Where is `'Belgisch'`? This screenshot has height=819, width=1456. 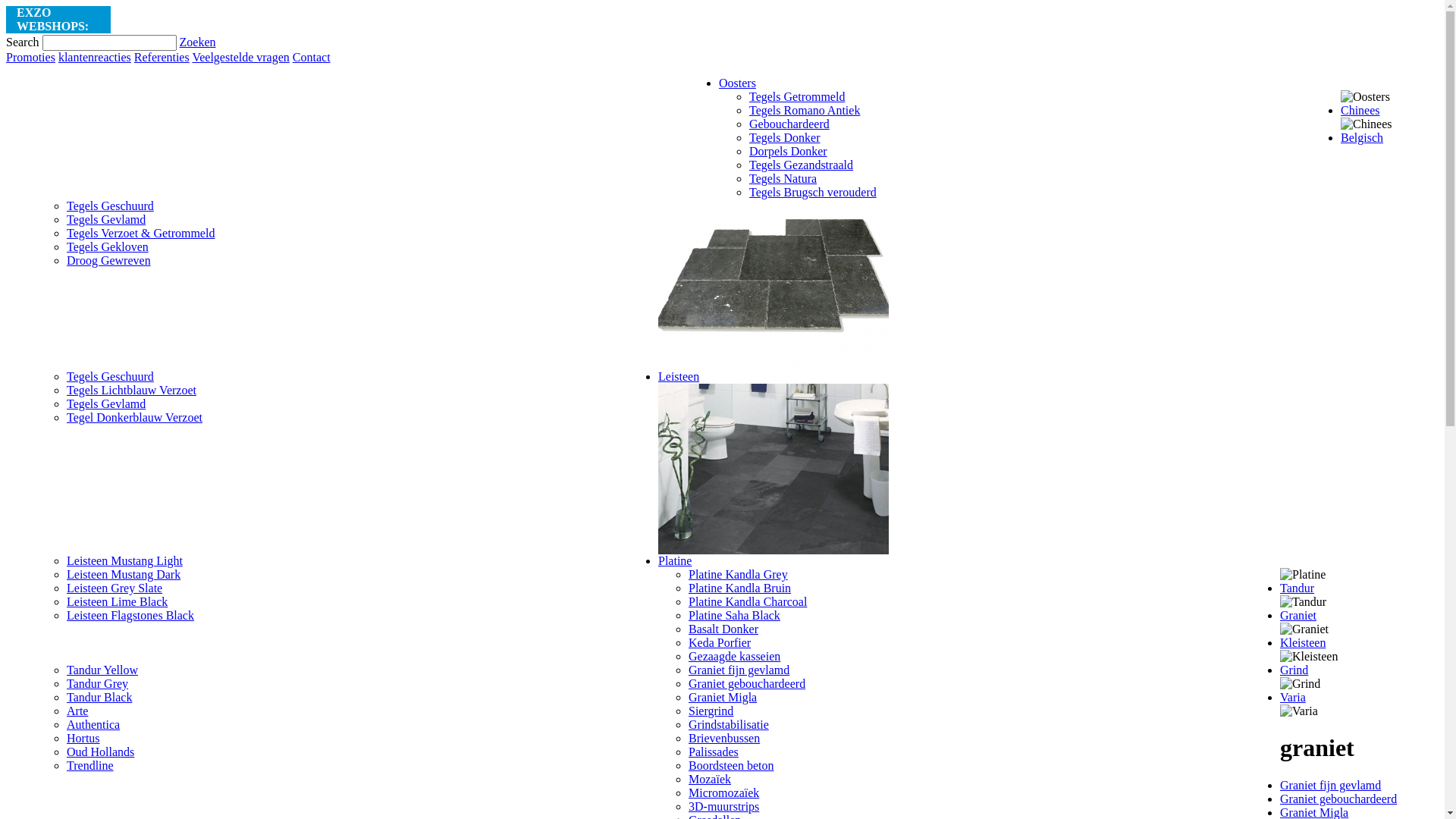 'Belgisch' is located at coordinates (1361, 137).